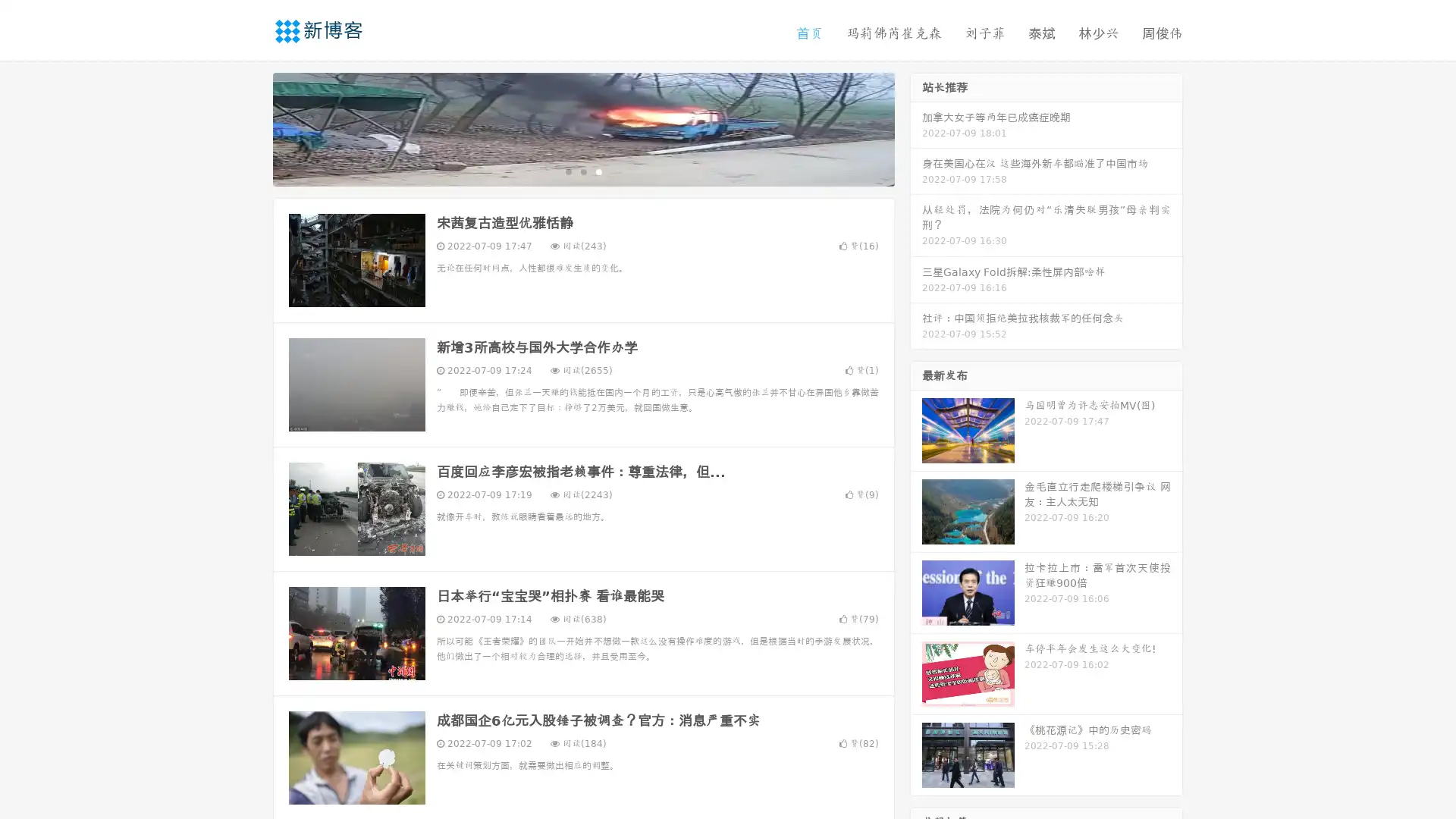 The image size is (1456, 819). I want to click on Next slide, so click(916, 127).